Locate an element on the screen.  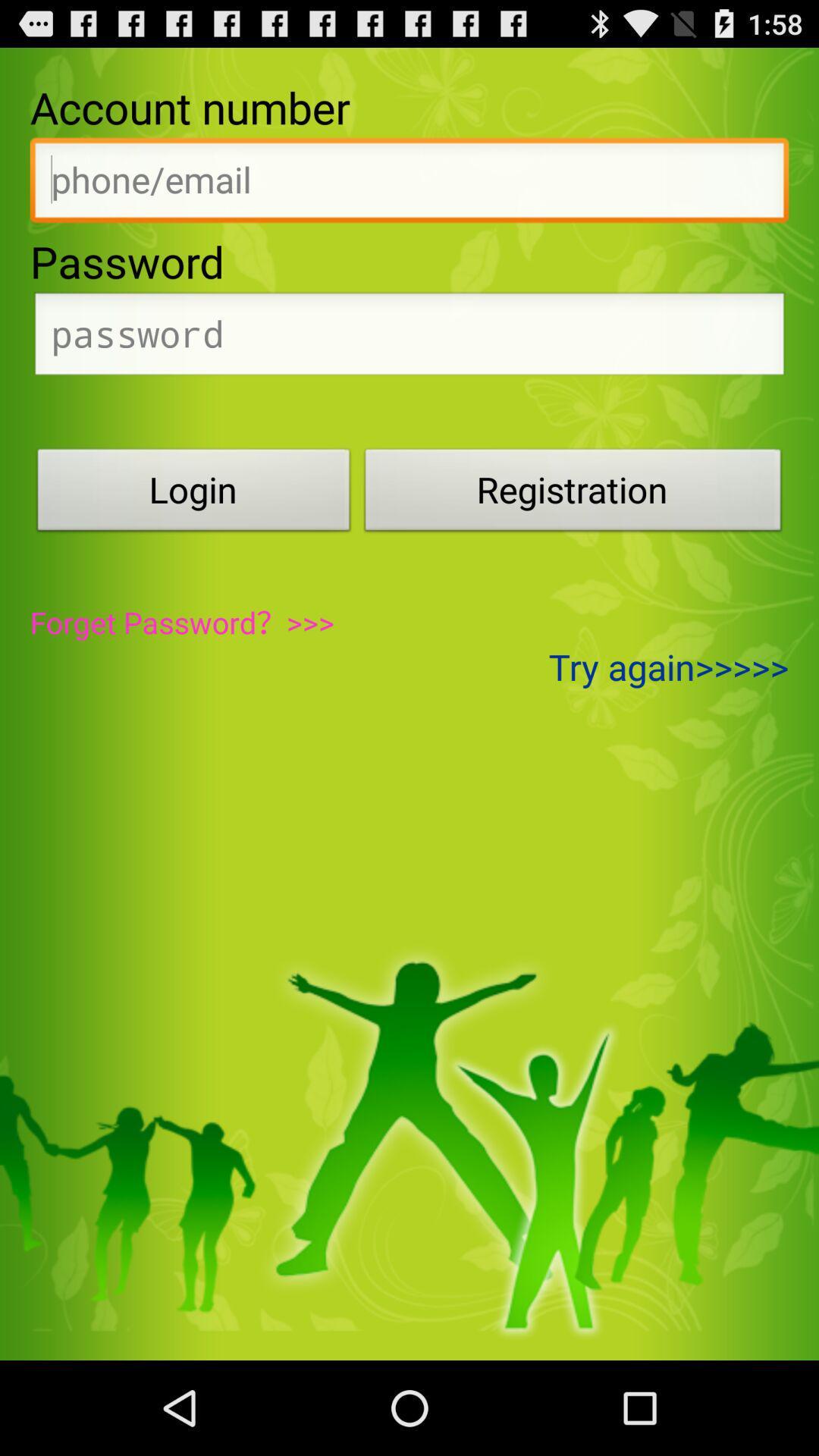
icon next to login is located at coordinates (573, 494).